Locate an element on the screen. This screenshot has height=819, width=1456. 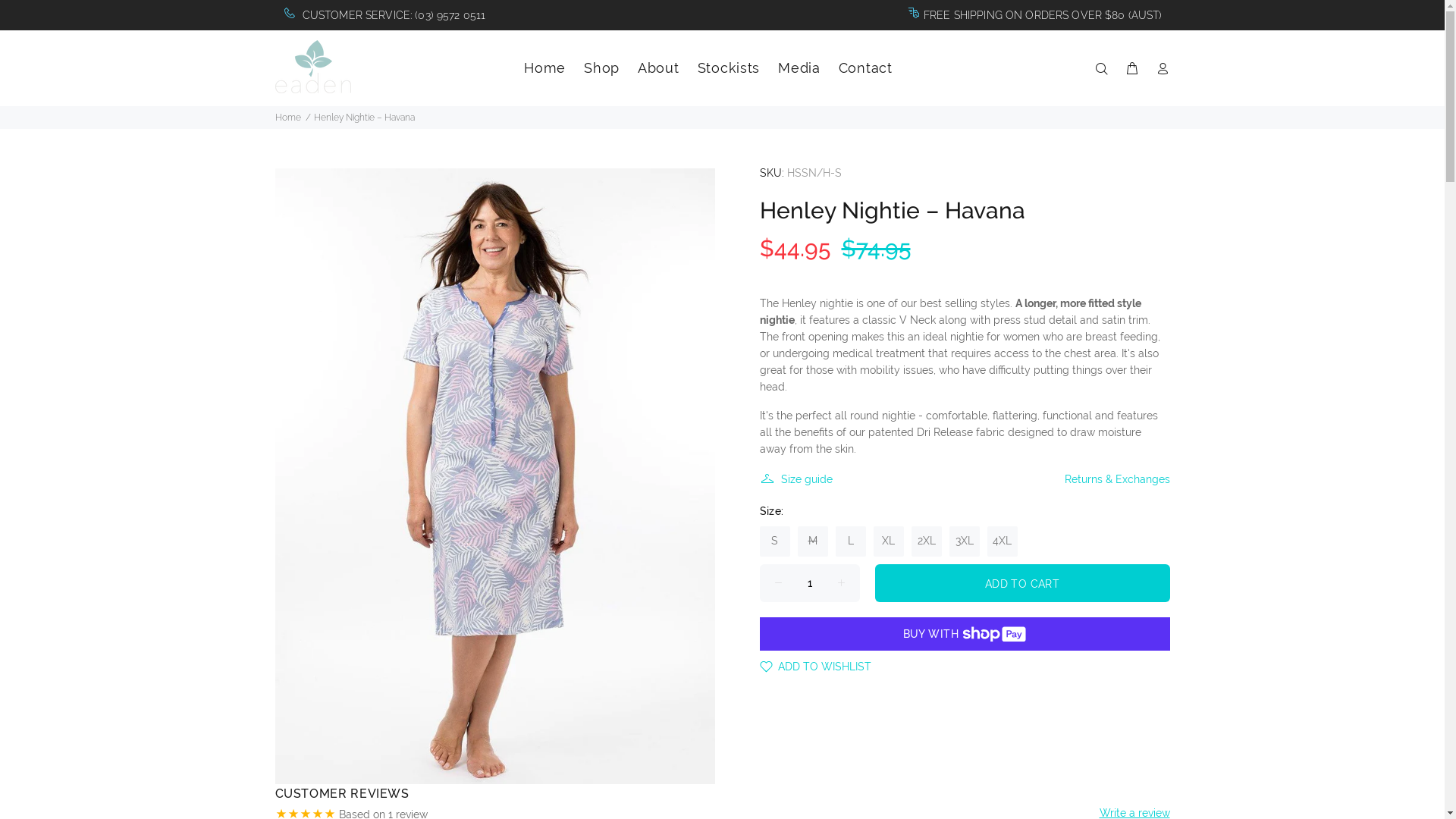
'Returns & Exchanges' is located at coordinates (1112, 479).